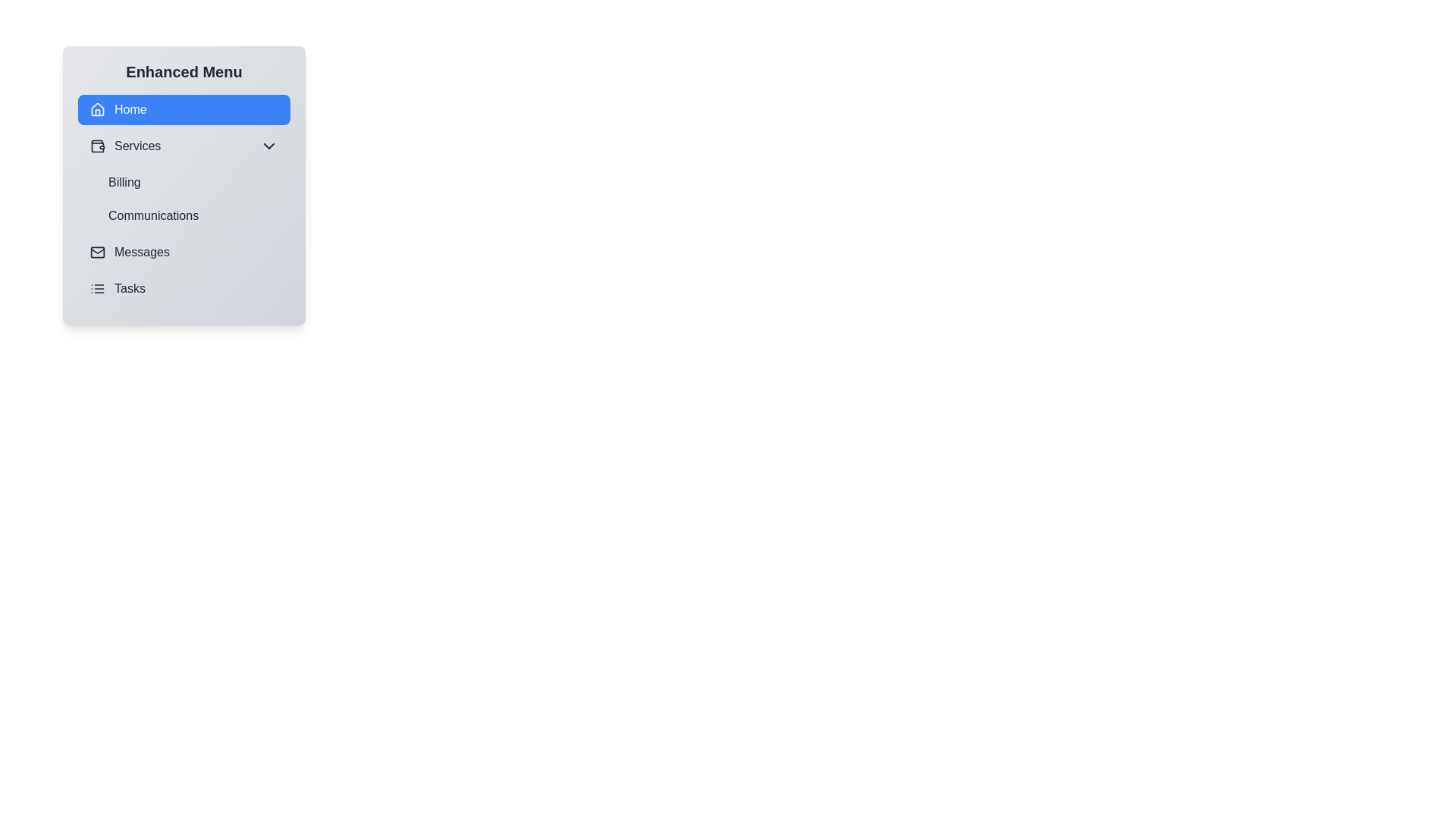  What do you see at coordinates (118, 109) in the screenshot?
I see `the active 'Home' menu item with icon, which is the first option under the 'Enhanced Menu' heading` at bounding box center [118, 109].